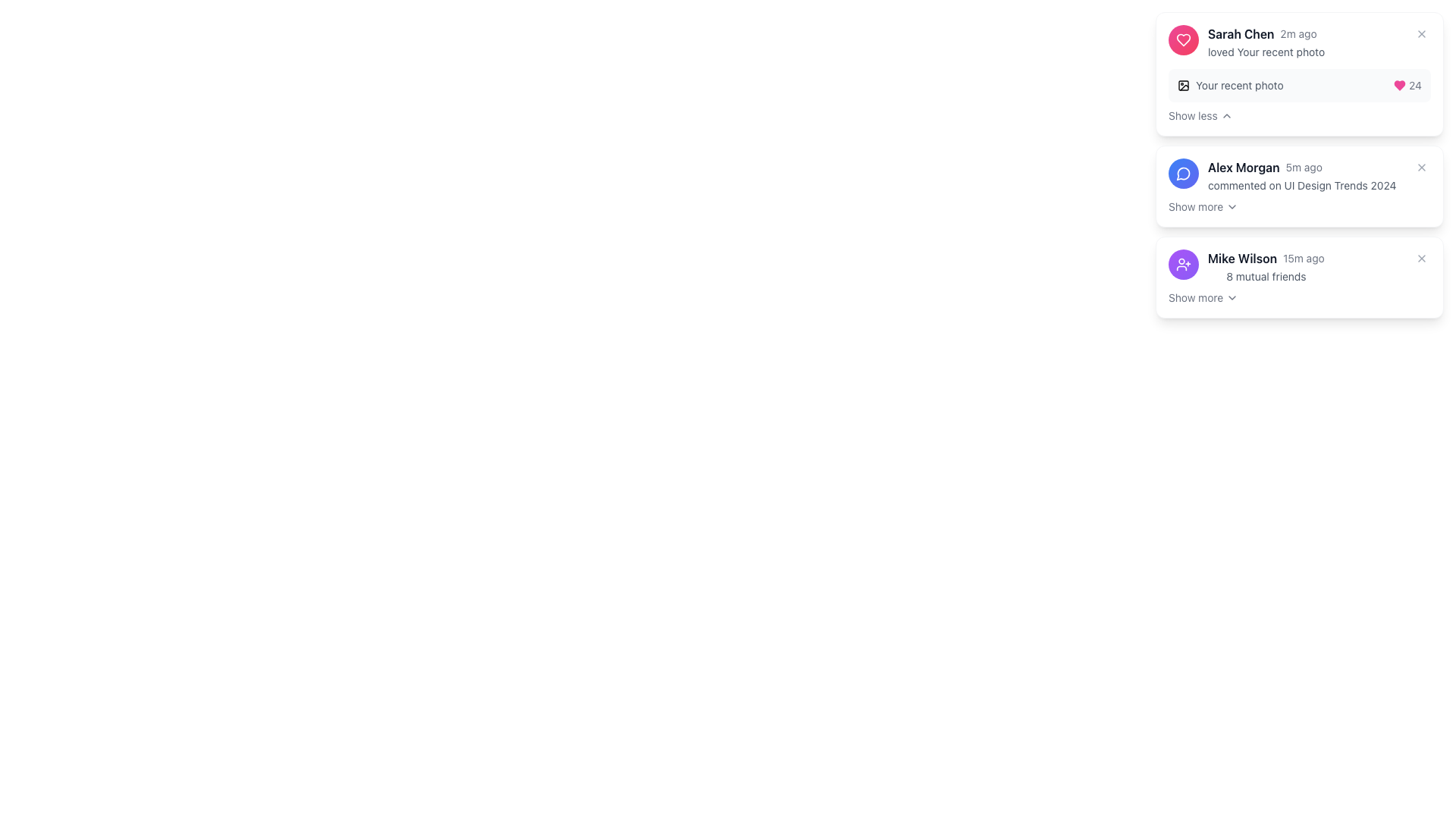 This screenshot has height=819, width=1456. Describe the element at coordinates (1182, 85) in the screenshot. I see `the rectangle shape within the SVG that represents an image or photo-related activity in the notification card for 'Sarah Chen's' activity` at that location.